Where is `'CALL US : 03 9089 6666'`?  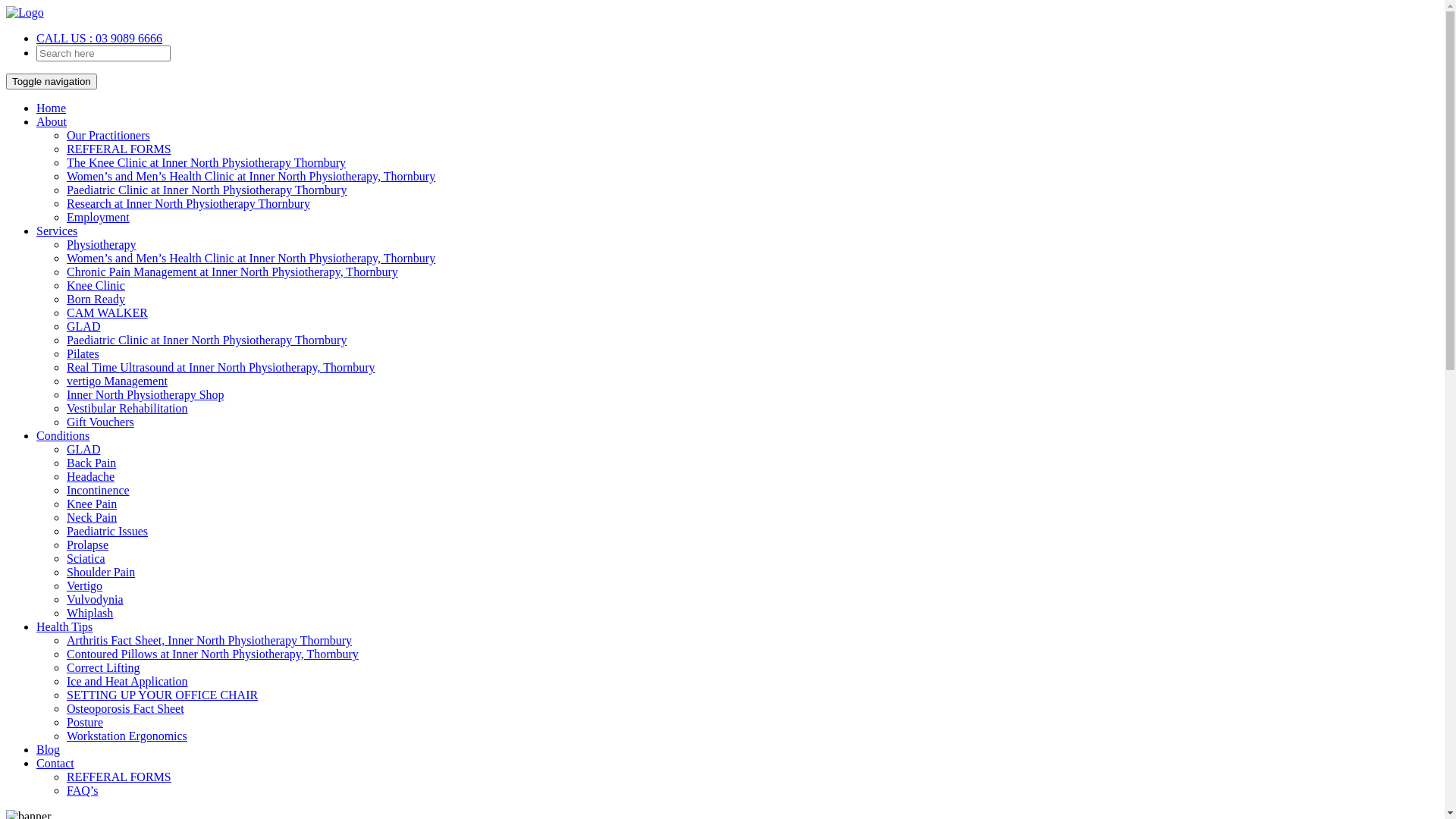 'CALL US : 03 9089 6666' is located at coordinates (98, 37).